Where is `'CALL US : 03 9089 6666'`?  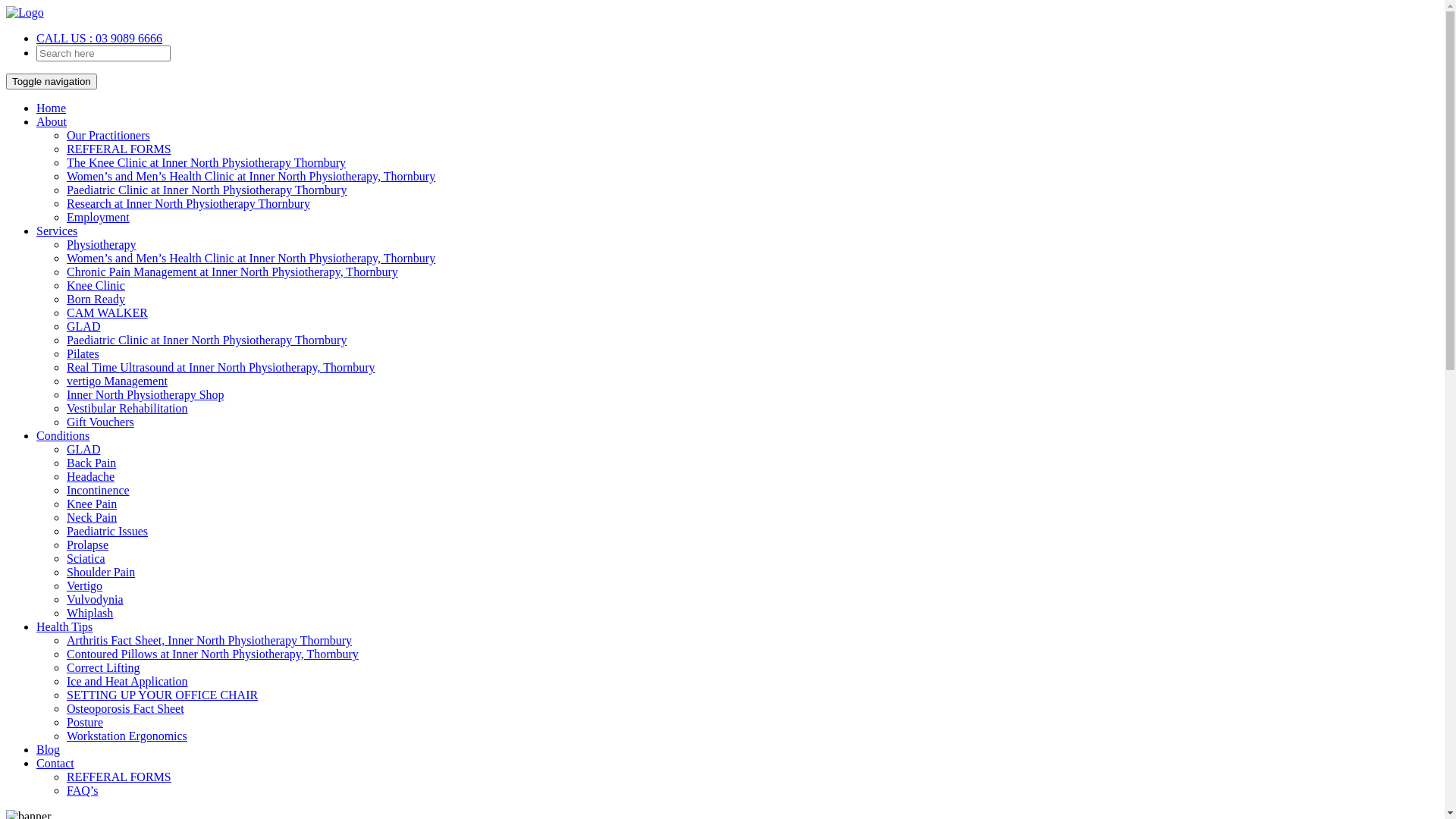 'CALL US : 03 9089 6666' is located at coordinates (98, 37).